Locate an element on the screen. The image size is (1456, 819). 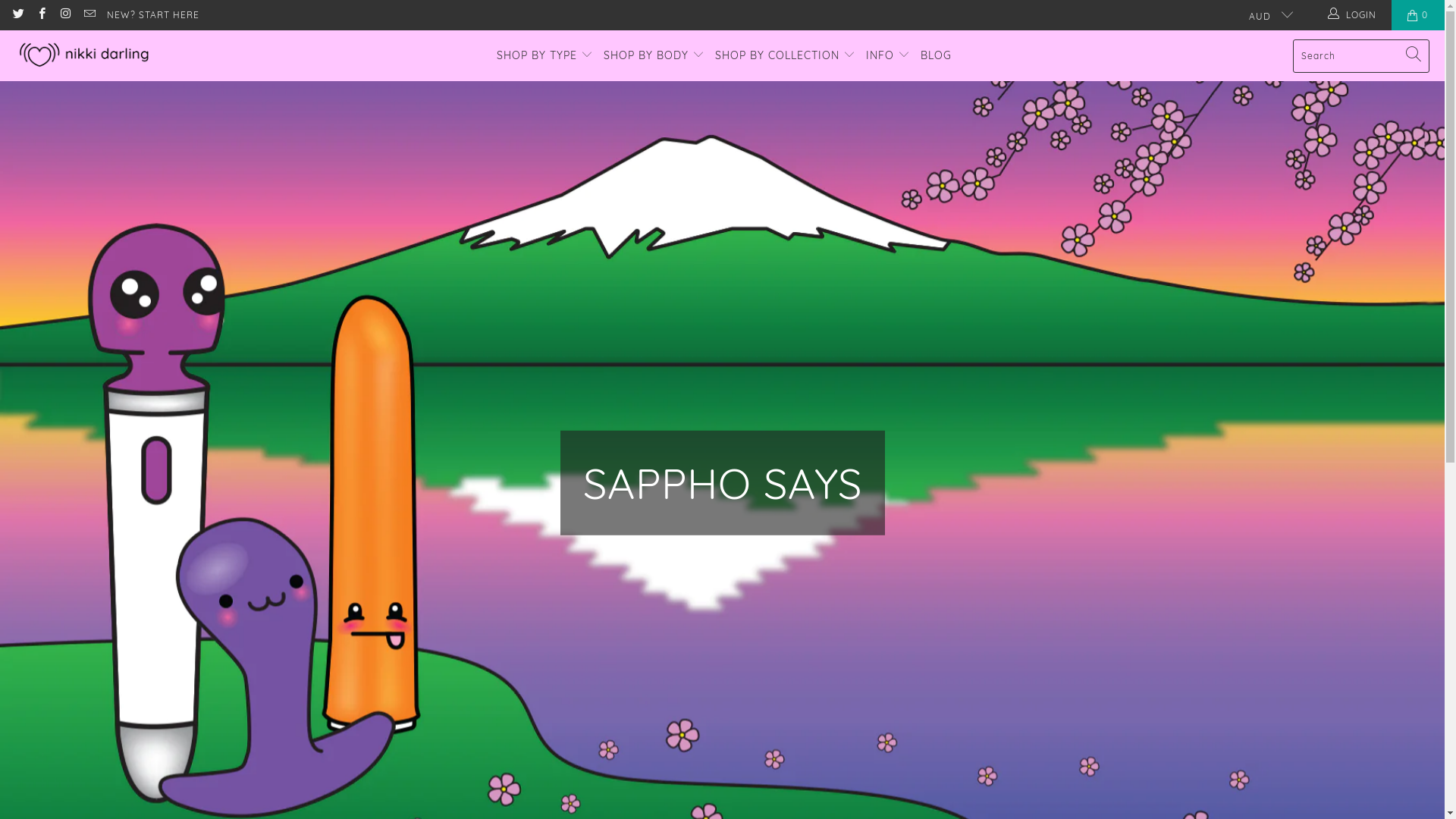
'SHOP BY COLLECTION' is located at coordinates (785, 55).